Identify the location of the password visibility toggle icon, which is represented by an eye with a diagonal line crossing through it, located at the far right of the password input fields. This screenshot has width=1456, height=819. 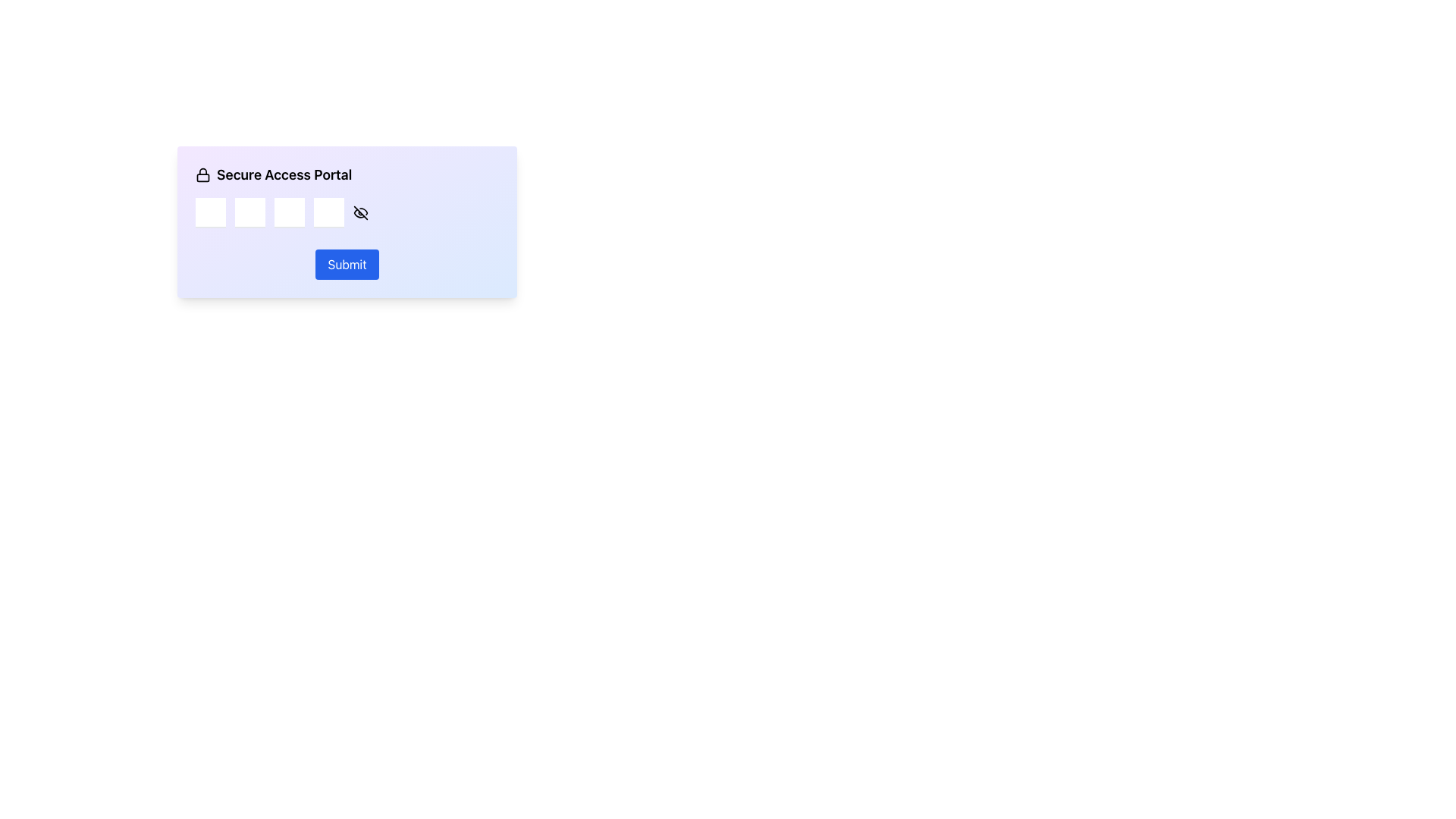
(359, 213).